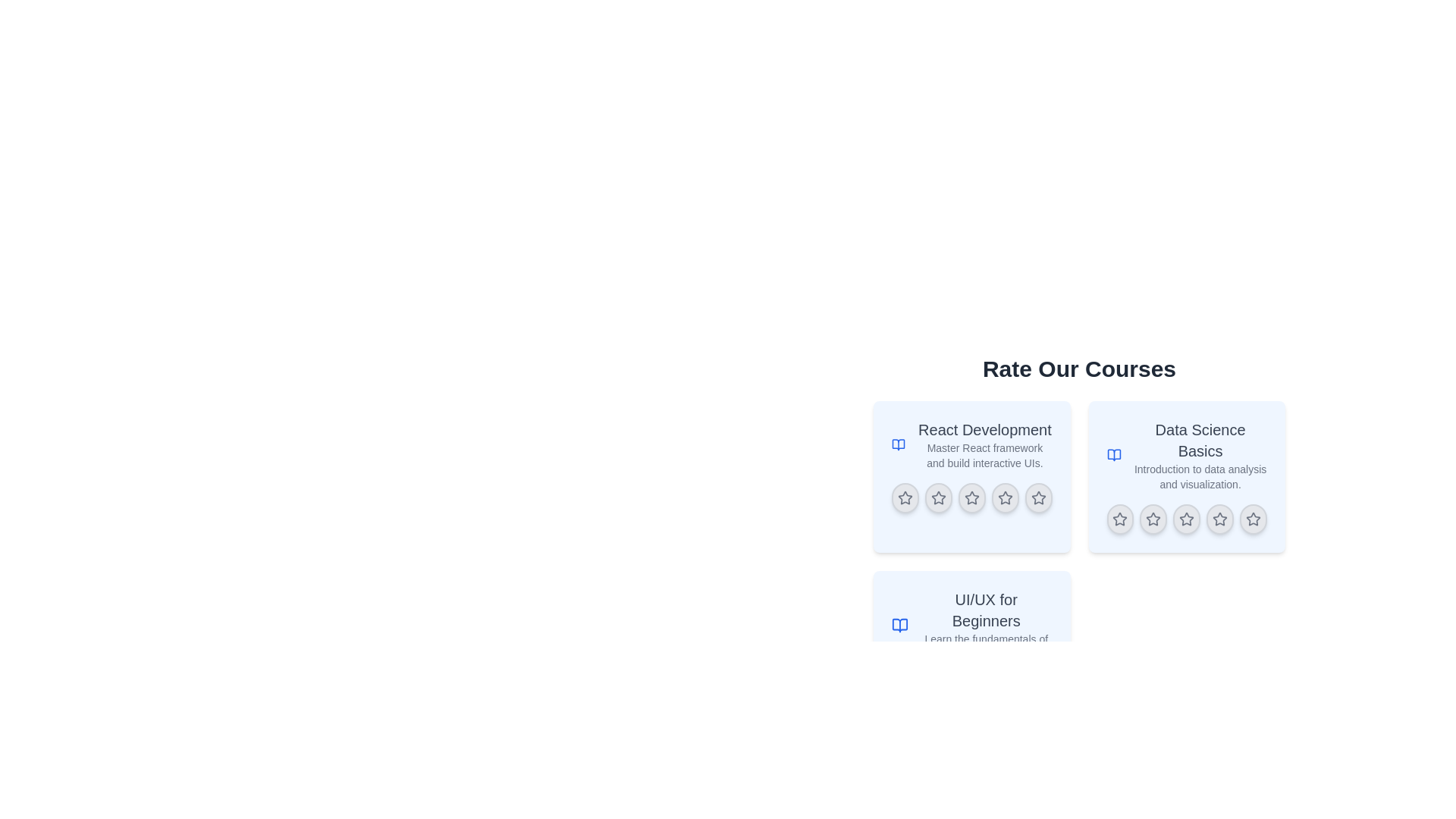 The image size is (1456, 819). What do you see at coordinates (984, 444) in the screenshot?
I see `the text element providing the title and description for the course 'React Development' located in the top-left card under the header 'Rate Our Courses'` at bounding box center [984, 444].